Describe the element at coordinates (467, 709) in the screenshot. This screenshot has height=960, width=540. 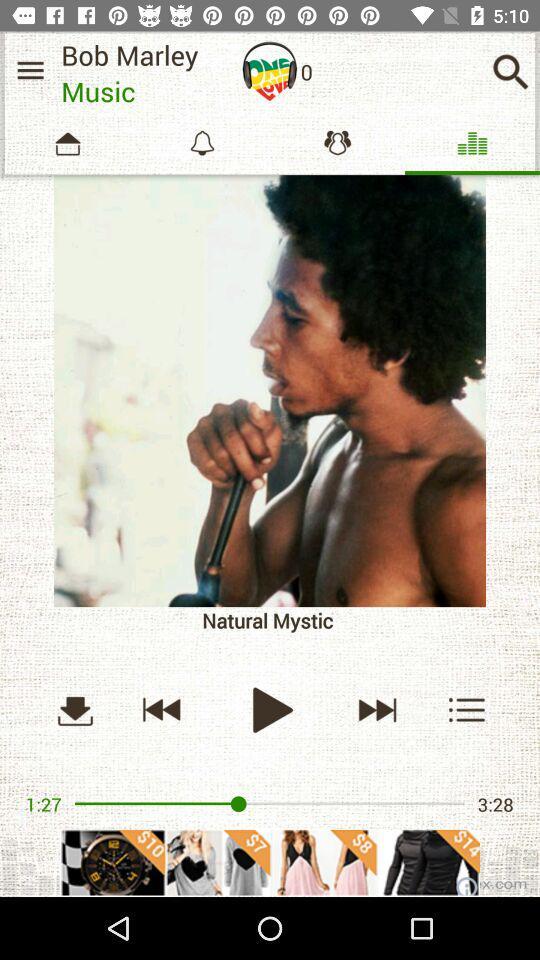
I see `options` at that location.